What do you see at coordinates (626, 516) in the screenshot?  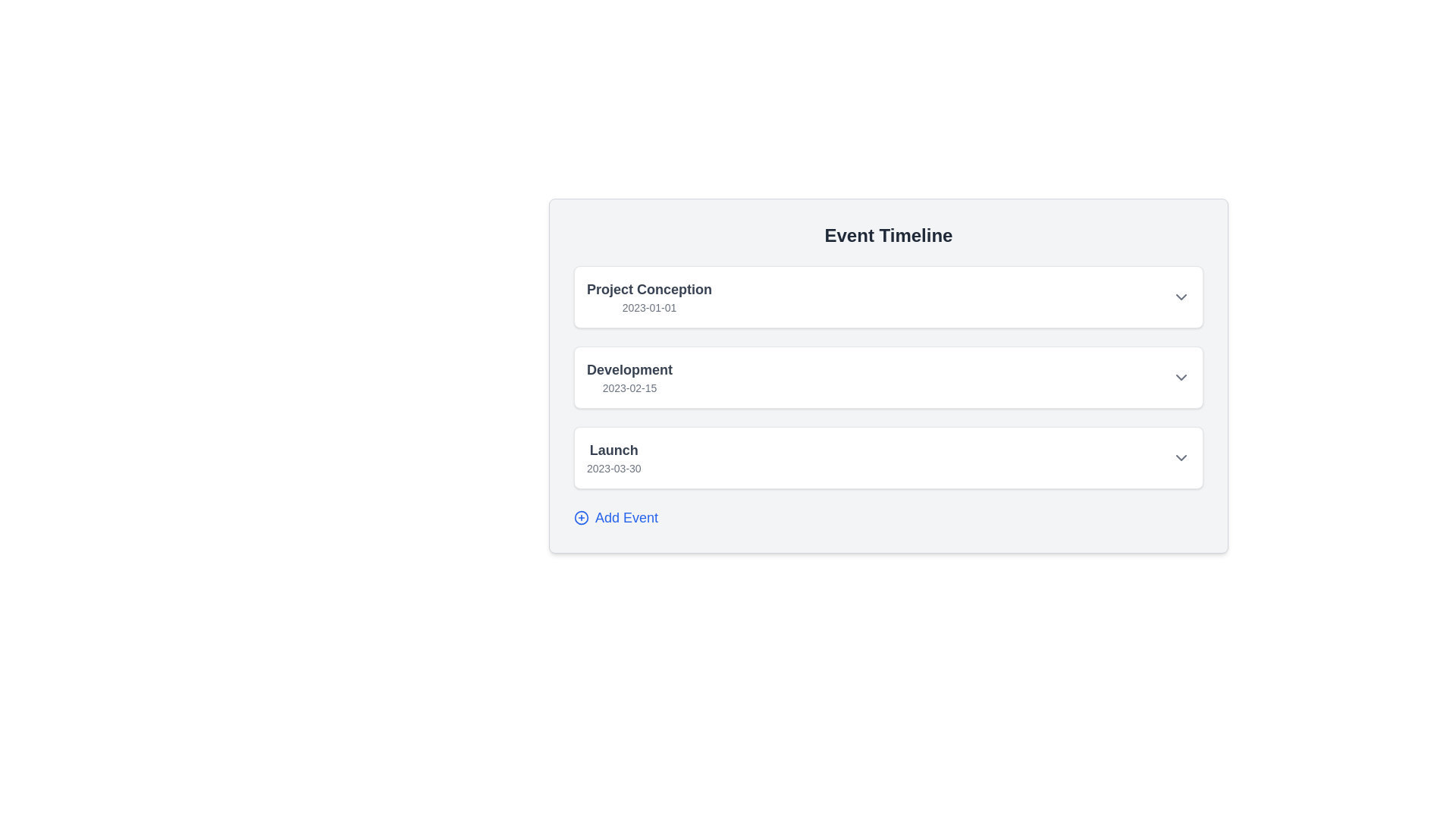 I see `the static text display that serves as a label or instruction for adding a new event to the timeline, located at the bottom of the timeline-like component` at bounding box center [626, 516].